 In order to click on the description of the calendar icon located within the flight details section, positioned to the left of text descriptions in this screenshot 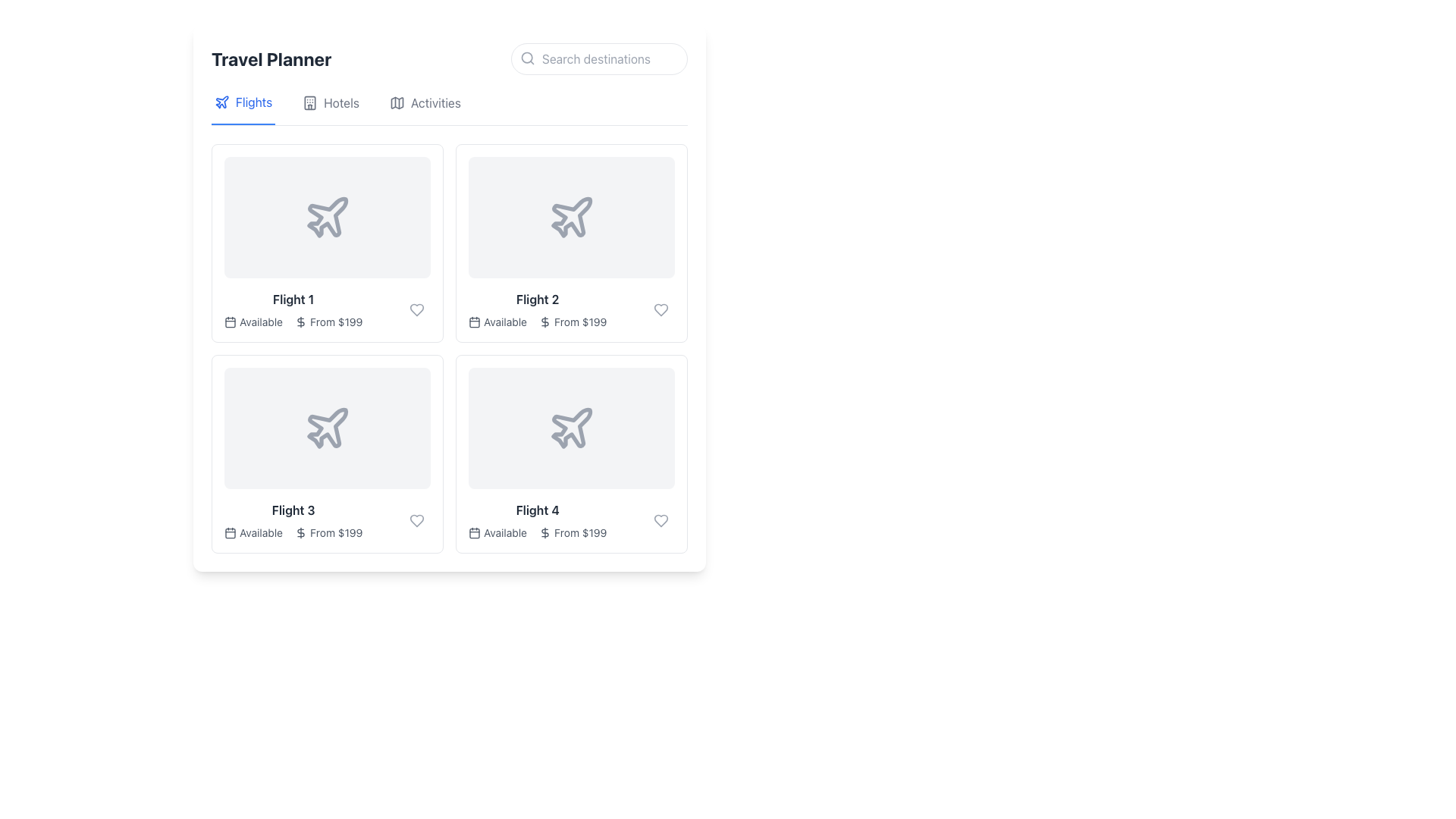, I will do `click(229, 321)`.